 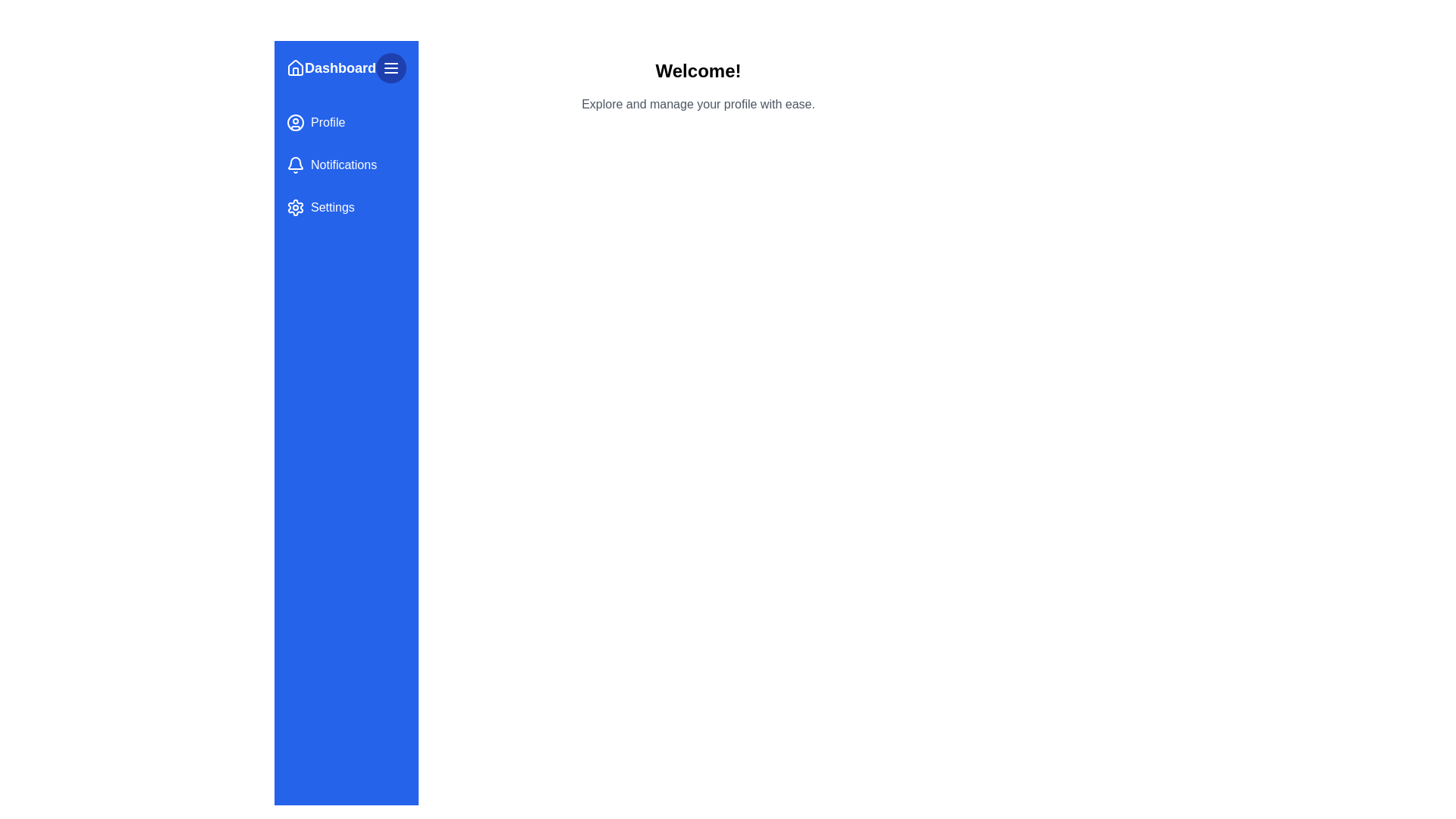 What do you see at coordinates (295, 122) in the screenshot?
I see `the circular profile icon located in the left navigation sidebar, positioned underneath the 'Dashboard' label` at bounding box center [295, 122].